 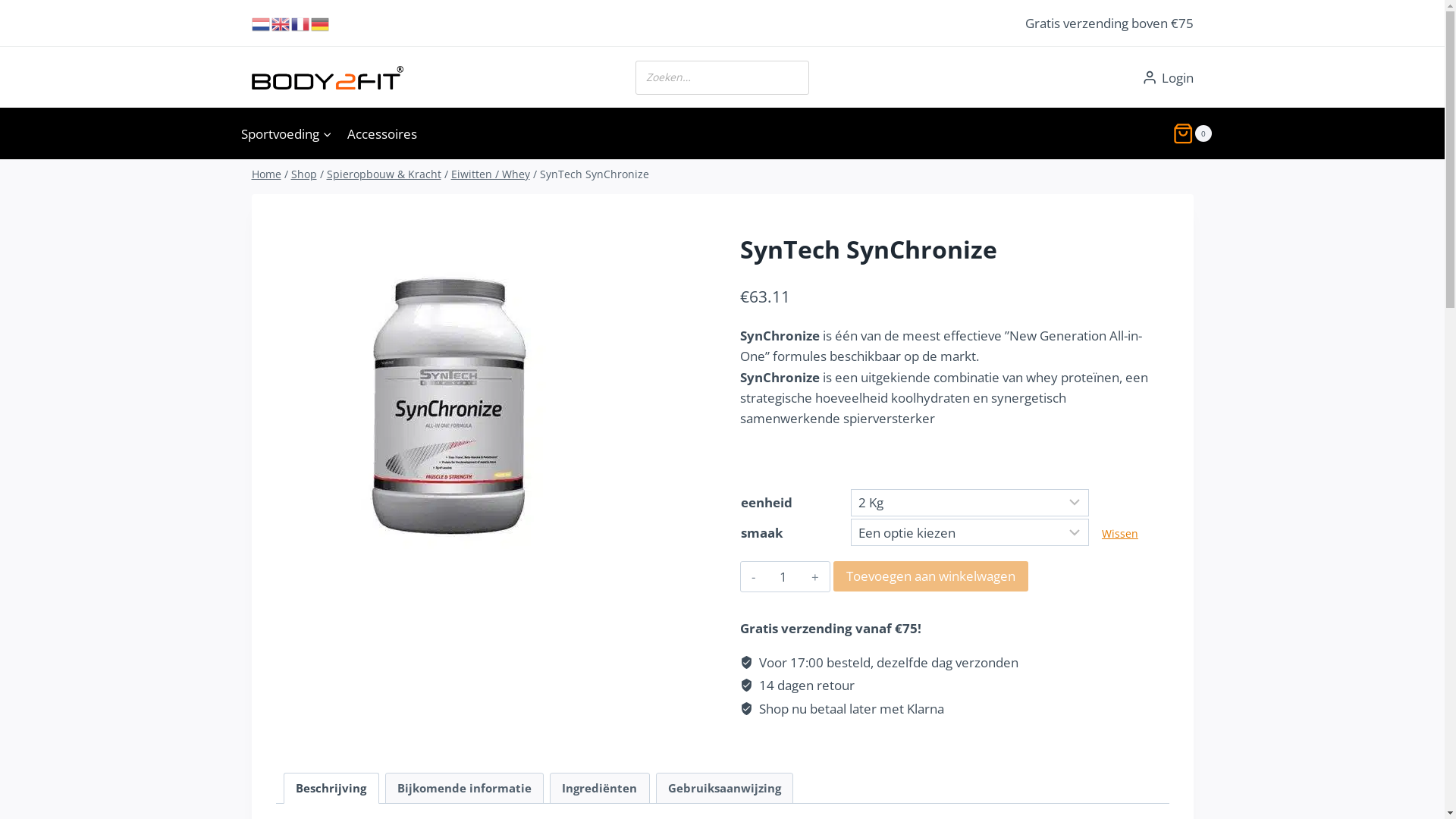 I want to click on 'Bijkomende informatie', so click(x=464, y=788).